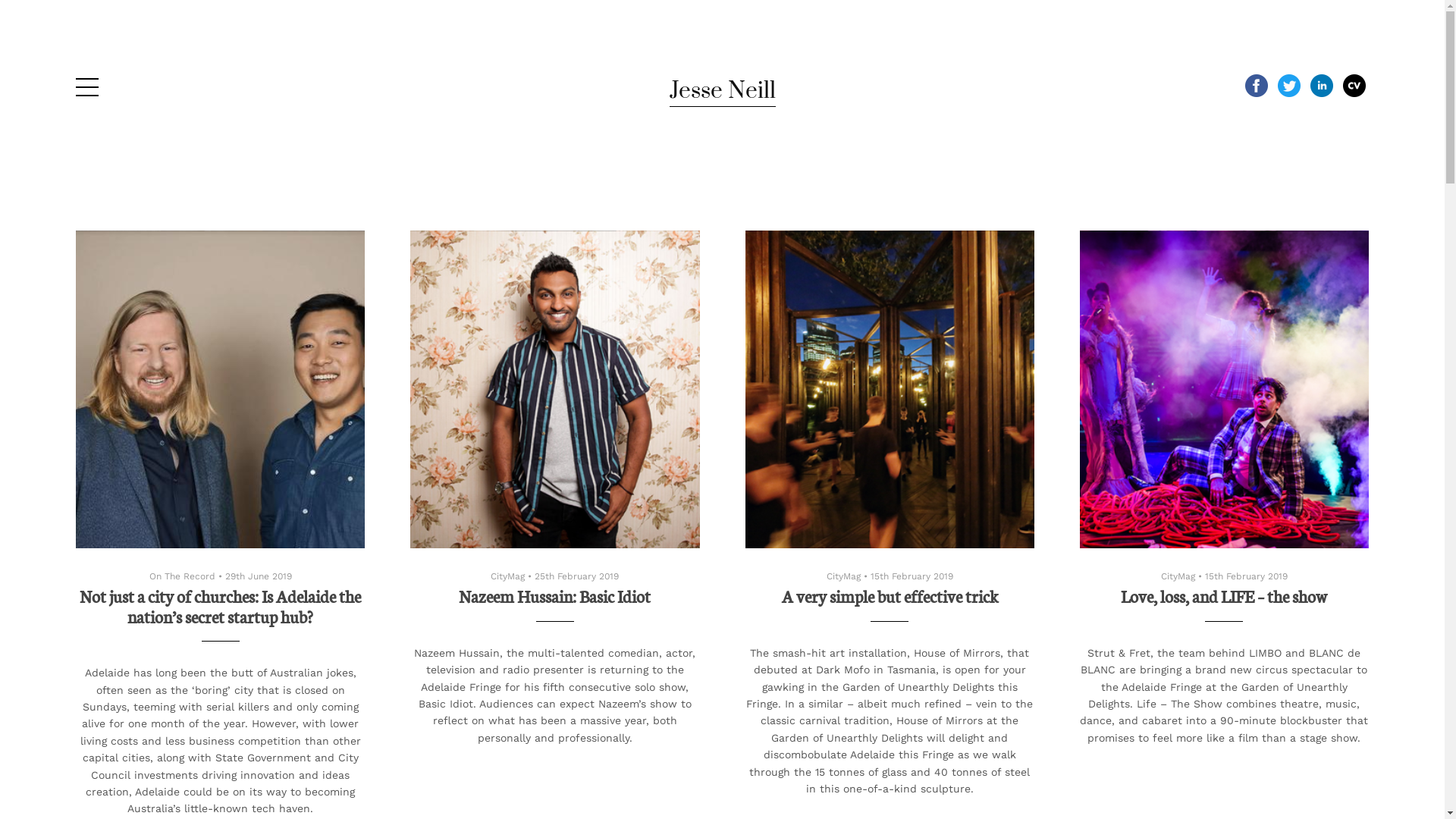 The height and width of the screenshot is (819, 1456). What do you see at coordinates (668, 90) in the screenshot?
I see `'Jesse Neill'` at bounding box center [668, 90].